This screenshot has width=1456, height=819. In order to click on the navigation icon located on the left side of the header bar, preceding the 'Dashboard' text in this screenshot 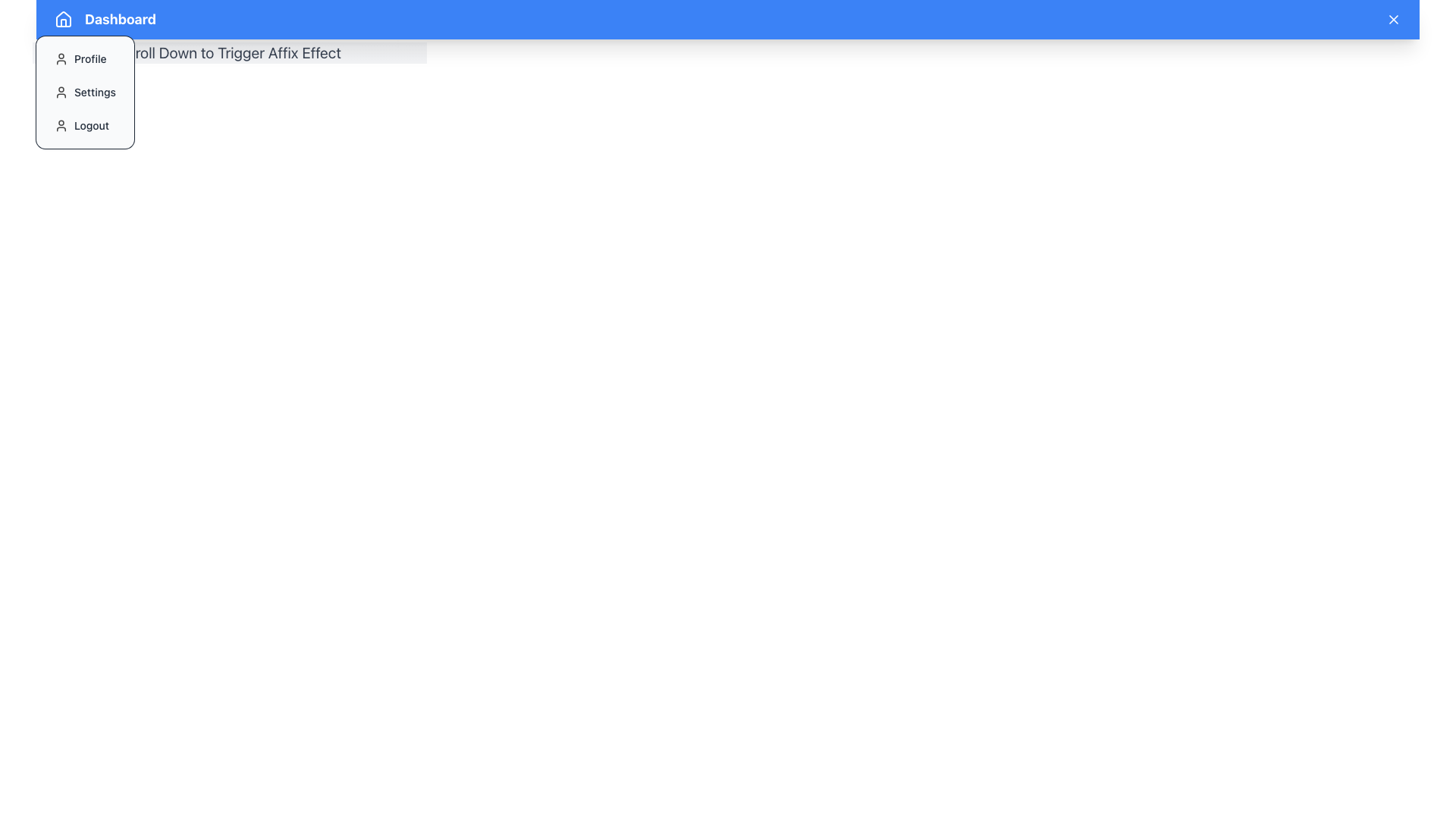, I will do `click(62, 20)`.